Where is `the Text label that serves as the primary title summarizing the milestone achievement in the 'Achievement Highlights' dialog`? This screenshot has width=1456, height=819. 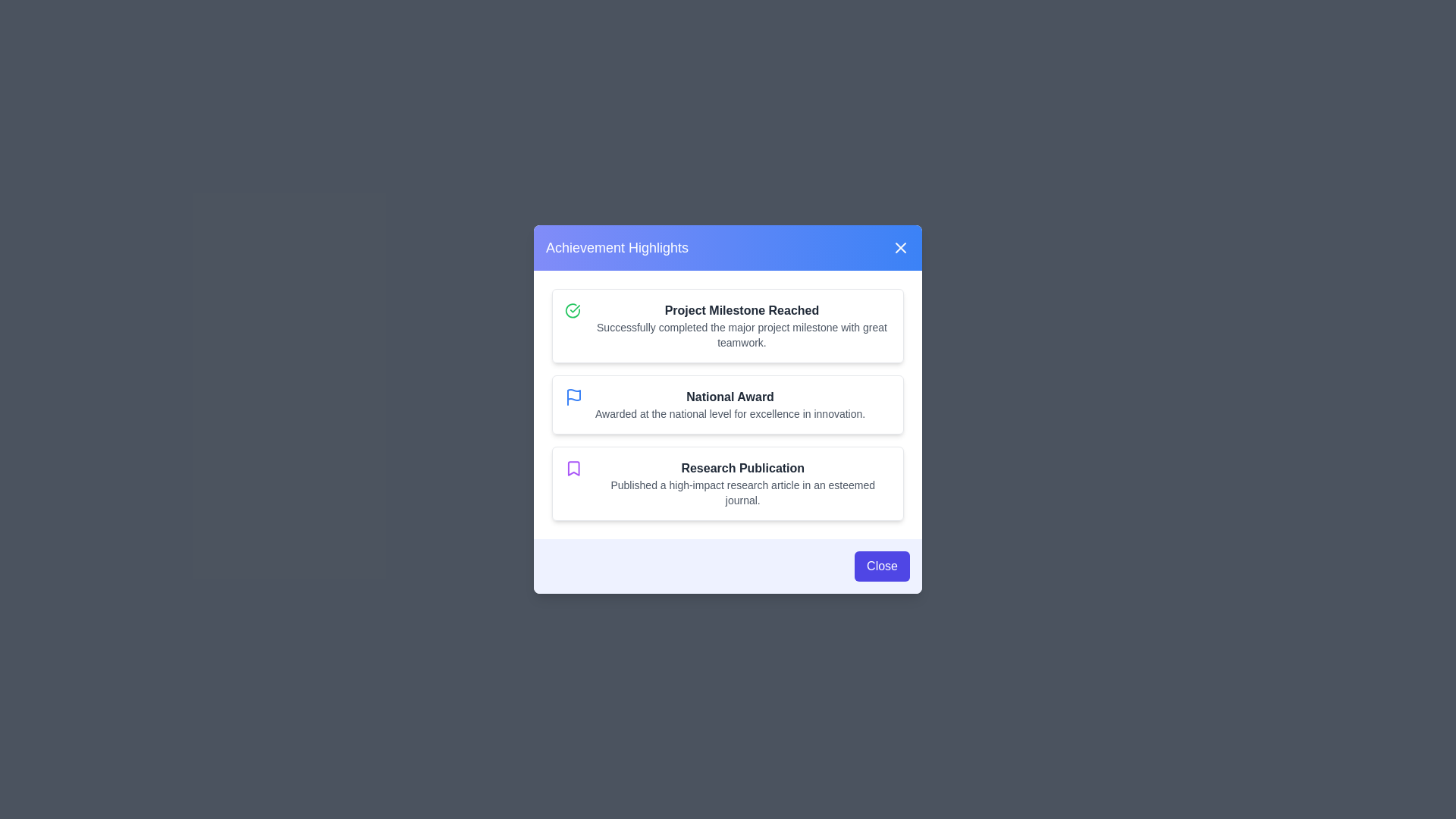 the Text label that serves as the primary title summarizing the milestone achievement in the 'Achievement Highlights' dialog is located at coordinates (742, 309).